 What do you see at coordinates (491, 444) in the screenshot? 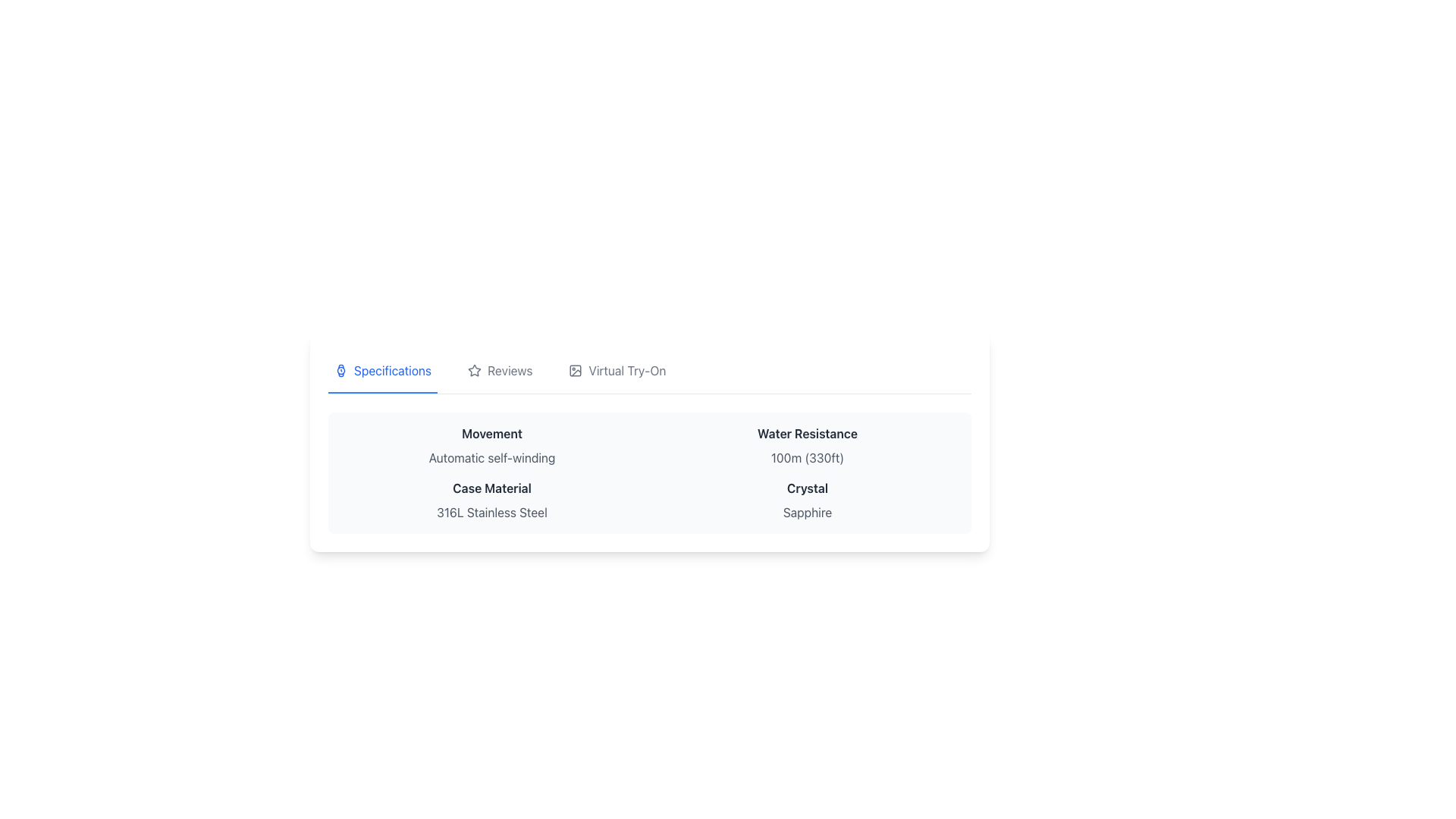
I see `informational text block that describes the product's movement type as 'Automatic self-winding', located in the top-left corner of a light gray rectangular section with rounded edges` at bounding box center [491, 444].